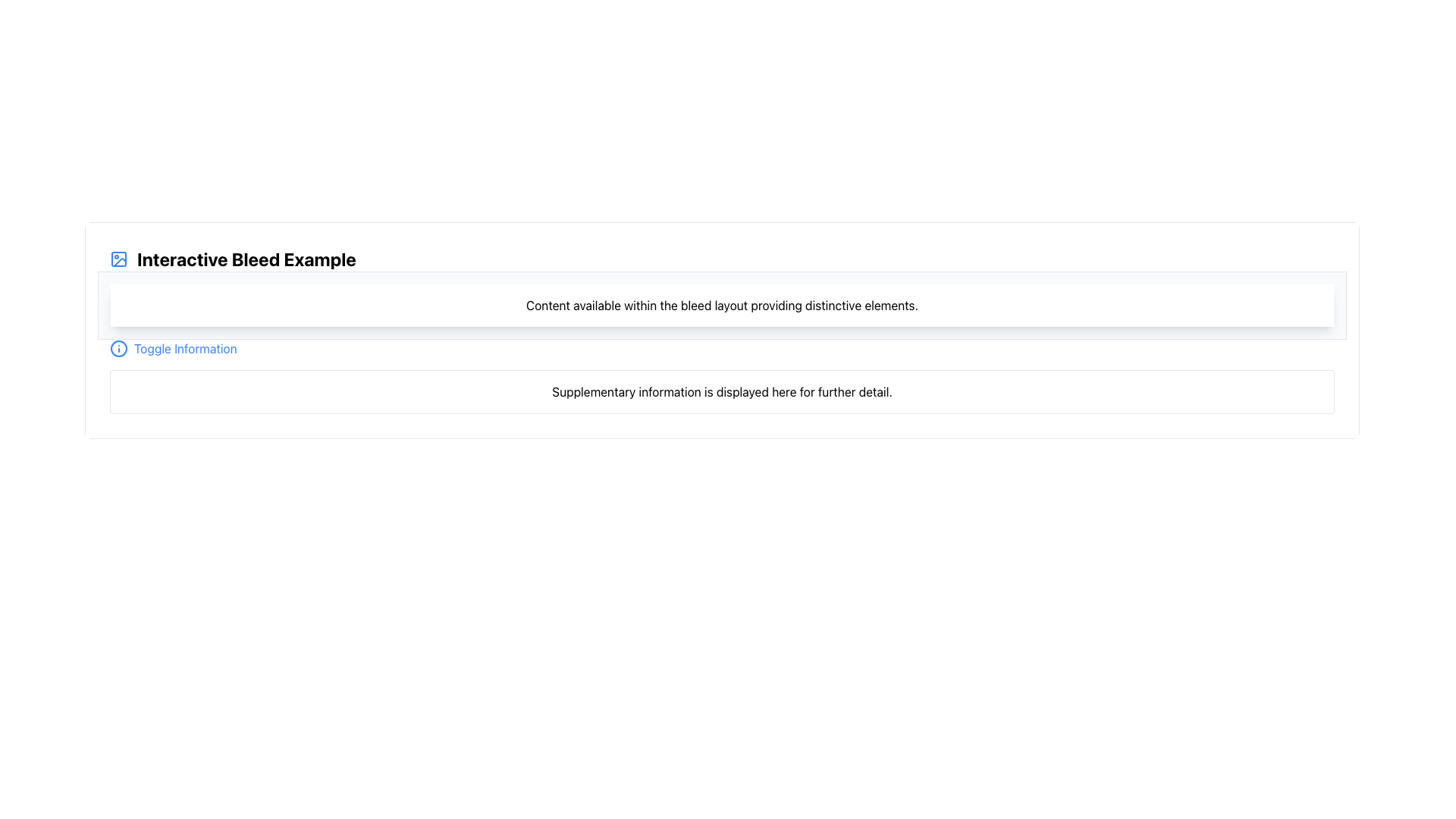 This screenshot has height=819, width=1456. What do you see at coordinates (118, 259) in the screenshot?
I see `the decorative icon located to the left of the 'Interactive Bleed Example' title text` at bounding box center [118, 259].